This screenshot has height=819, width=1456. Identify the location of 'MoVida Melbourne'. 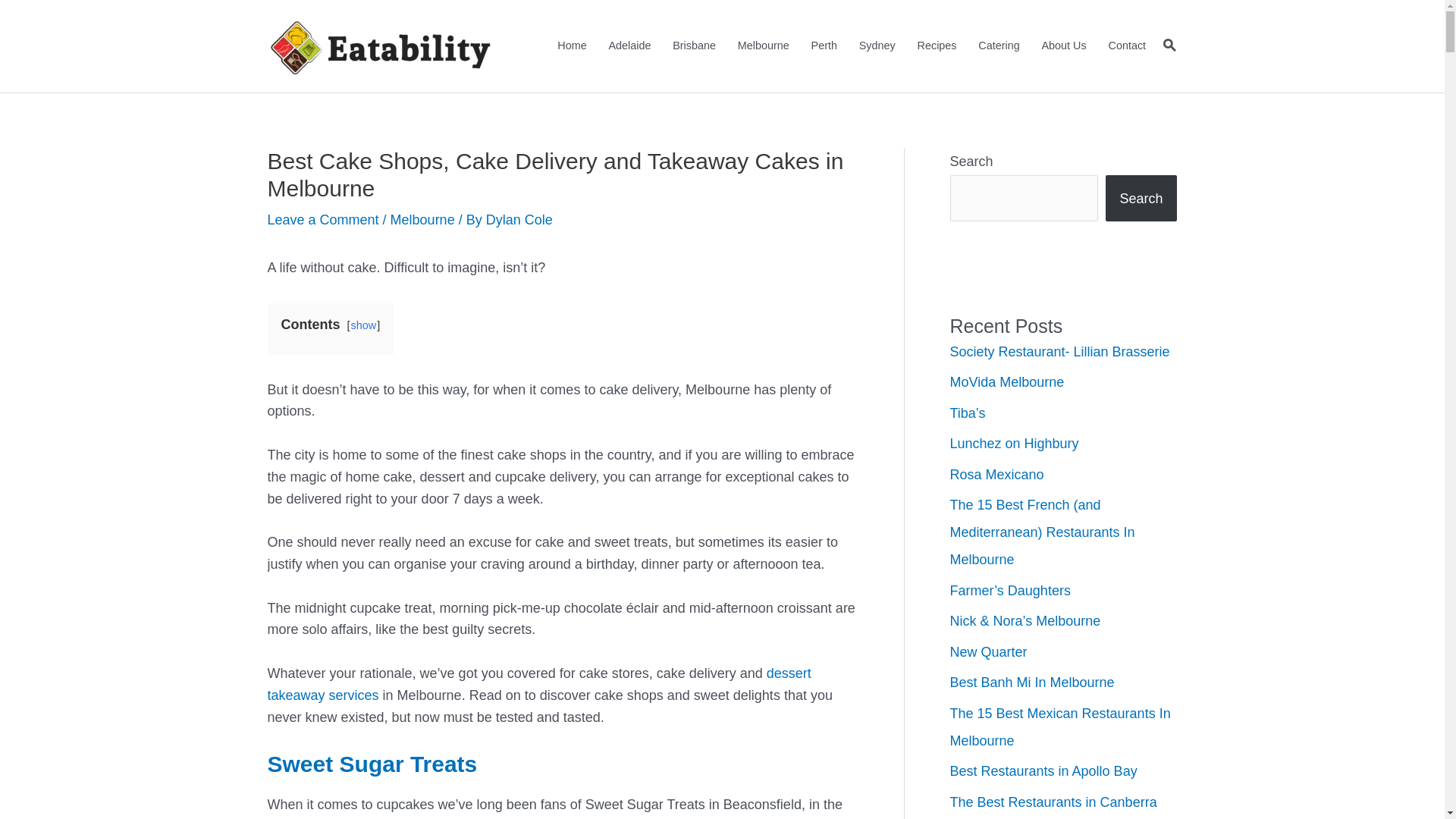
(1006, 381).